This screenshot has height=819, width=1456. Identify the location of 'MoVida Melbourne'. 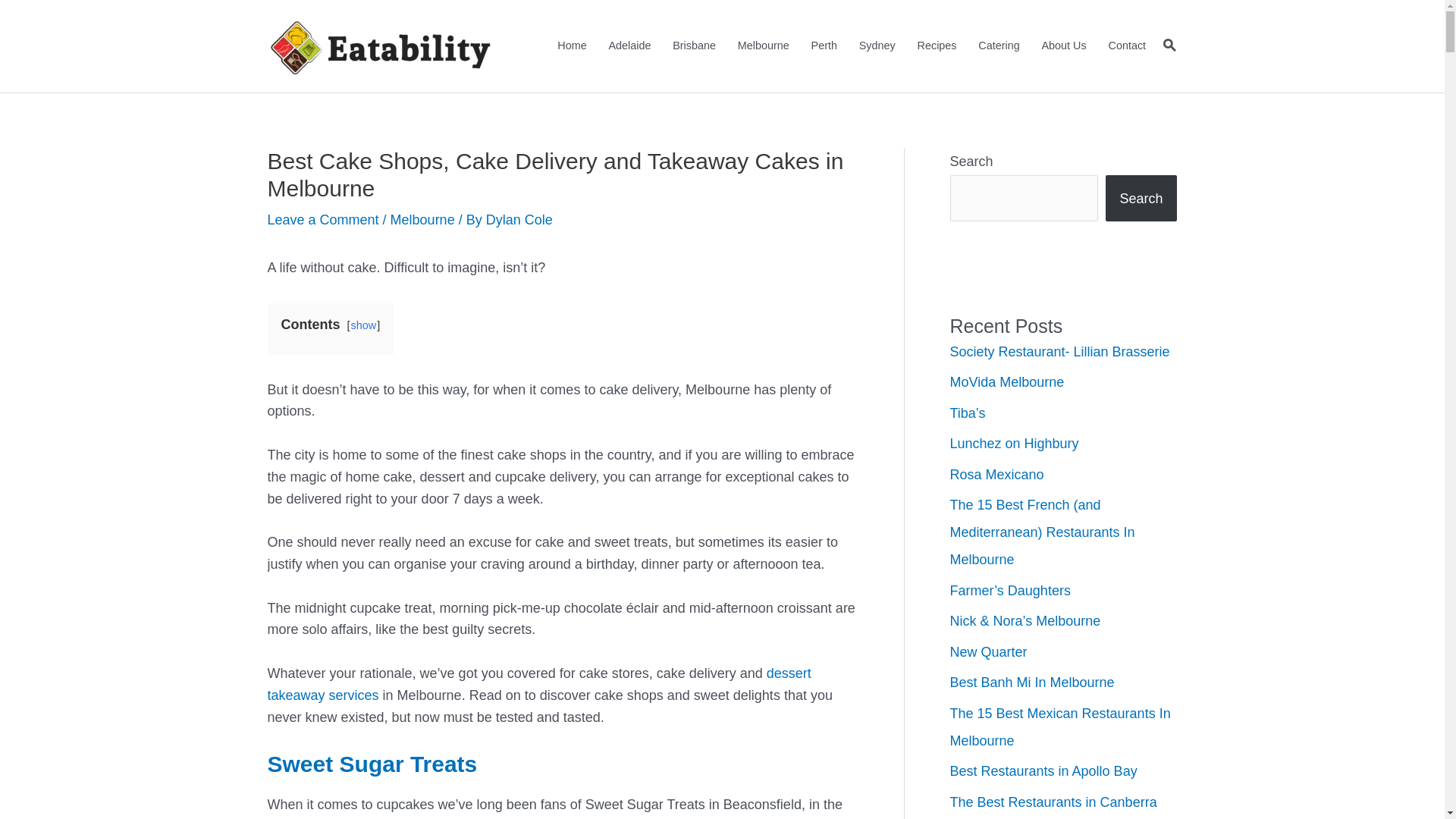
(1006, 381).